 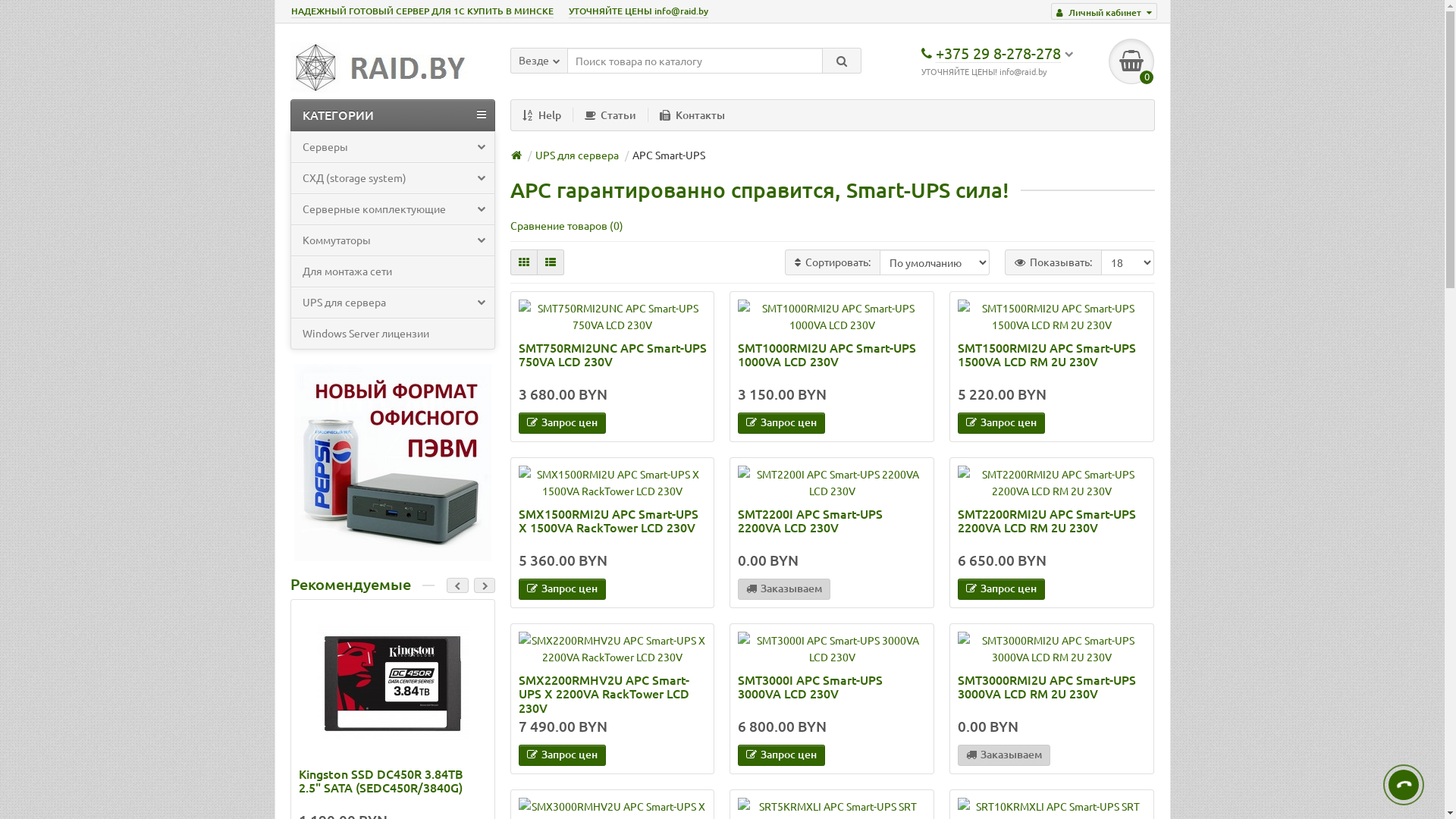 What do you see at coordinates (384, 67) in the screenshot?
I see `'RAID.BY'` at bounding box center [384, 67].